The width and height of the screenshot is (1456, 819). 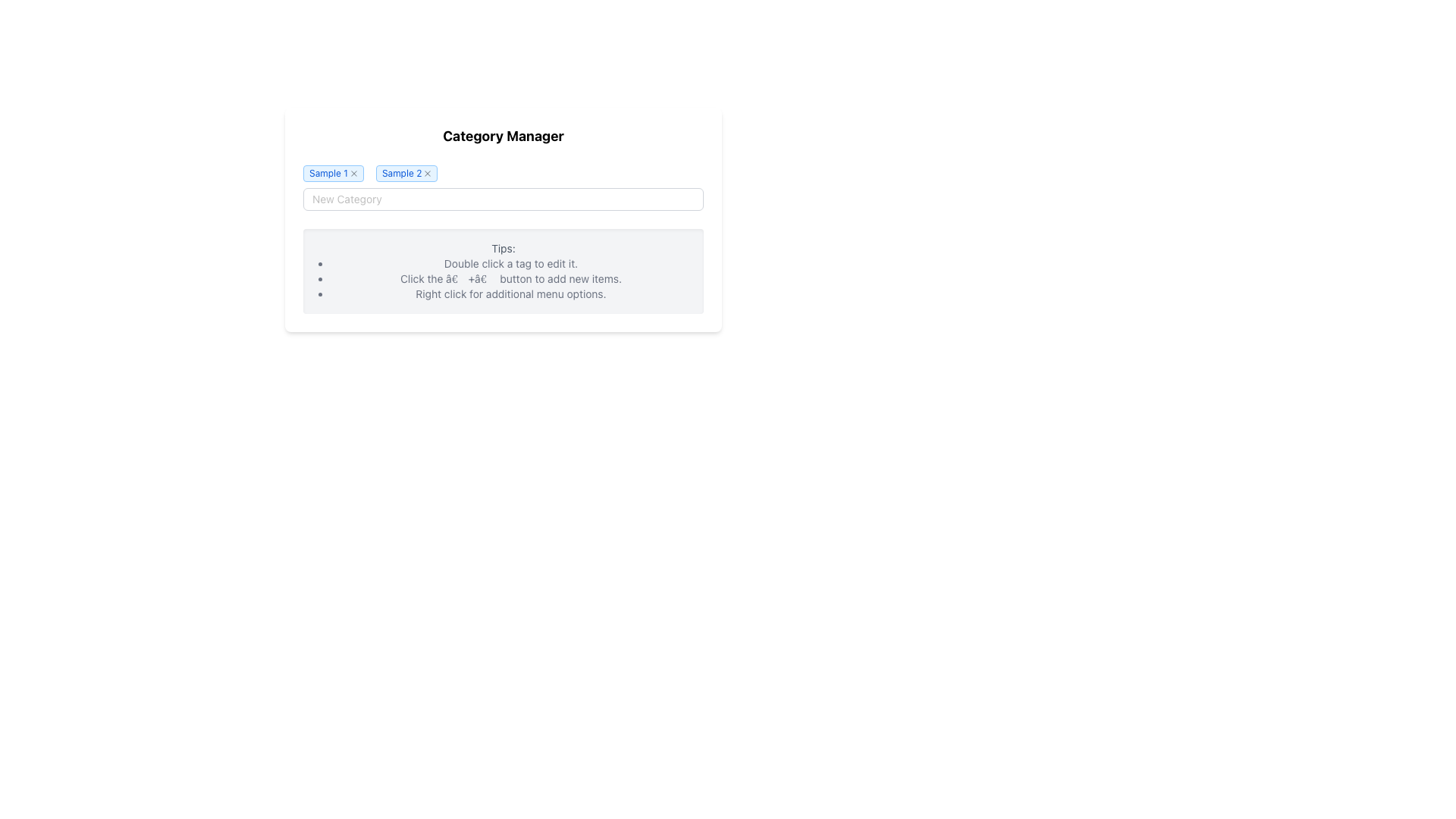 I want to click on the 'X' icon on the blue tag labeled 'Sample 1', so click(x=332, y=172).